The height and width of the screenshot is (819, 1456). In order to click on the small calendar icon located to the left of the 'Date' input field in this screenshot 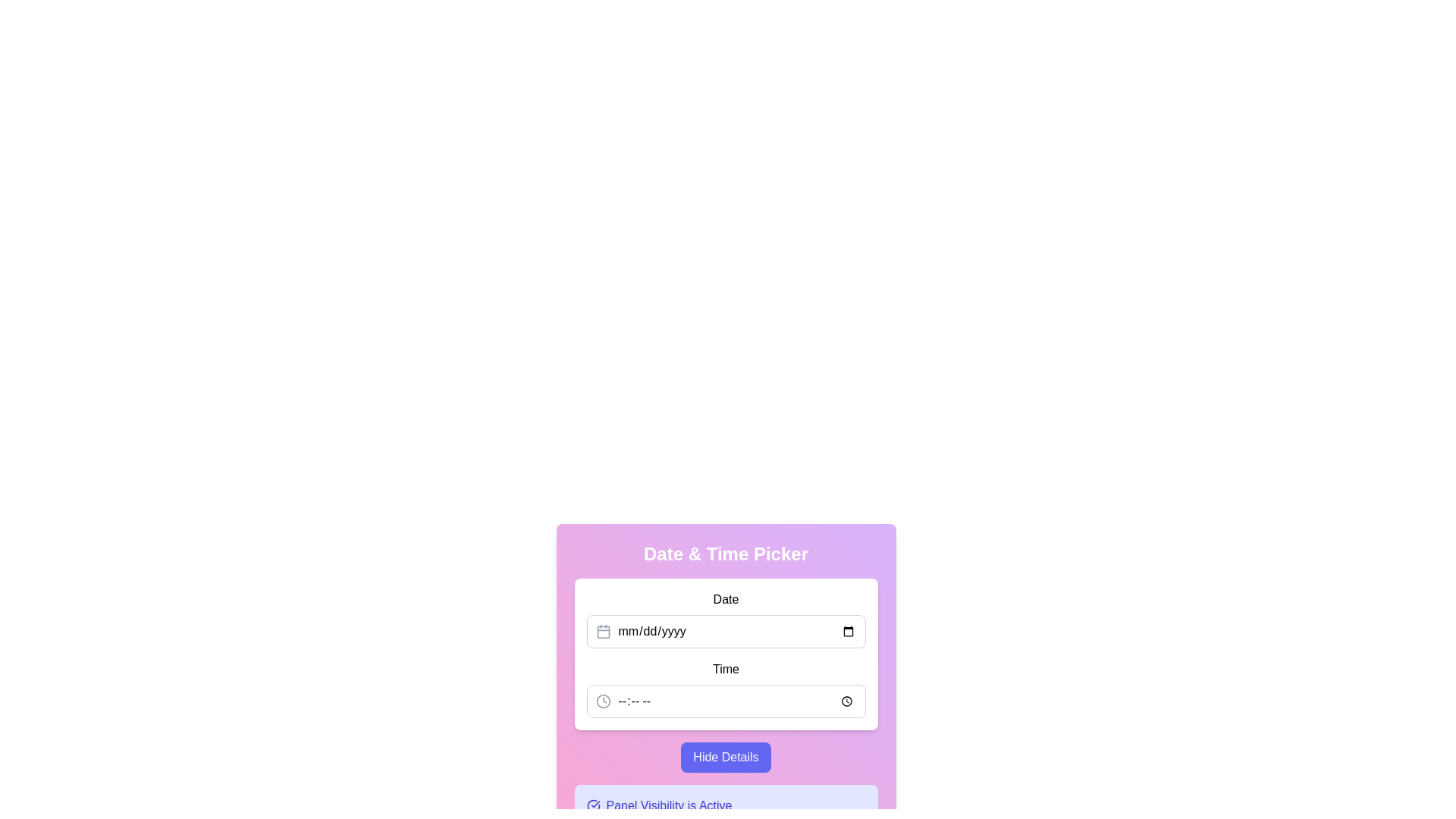, I will do `click(602, 632)`.